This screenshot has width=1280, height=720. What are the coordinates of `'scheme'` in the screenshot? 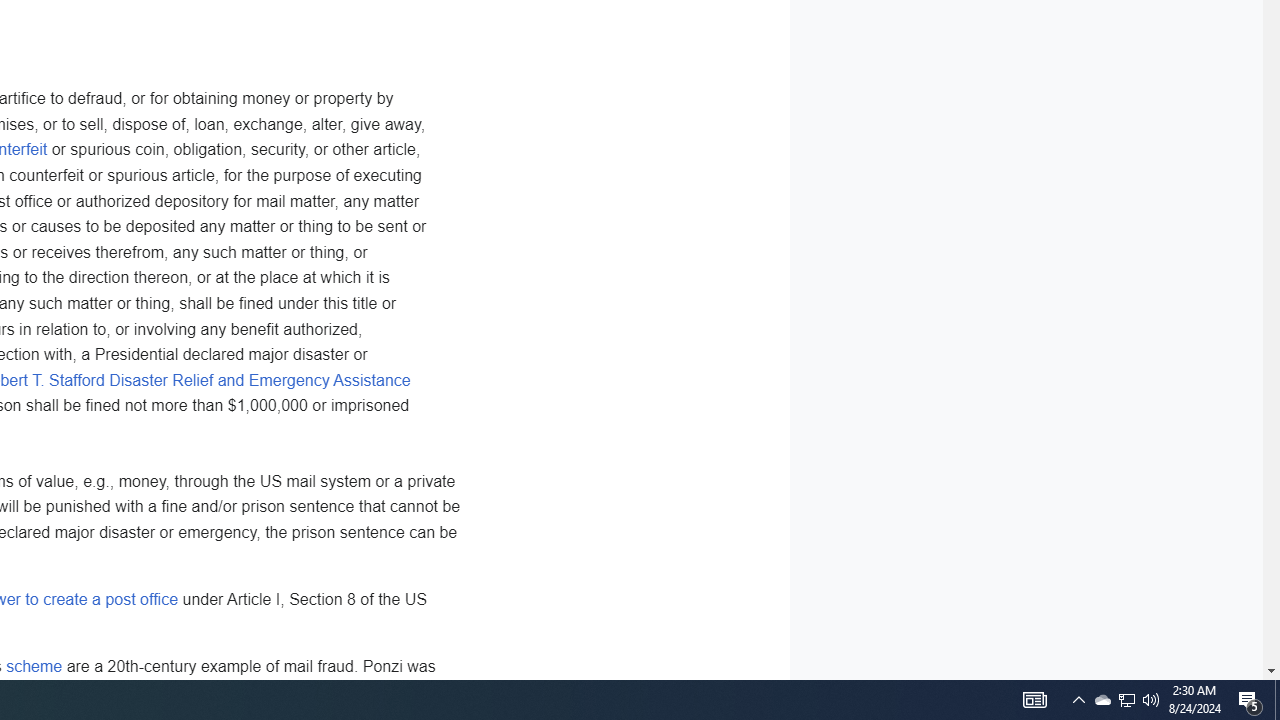 It's located at (34, 667).